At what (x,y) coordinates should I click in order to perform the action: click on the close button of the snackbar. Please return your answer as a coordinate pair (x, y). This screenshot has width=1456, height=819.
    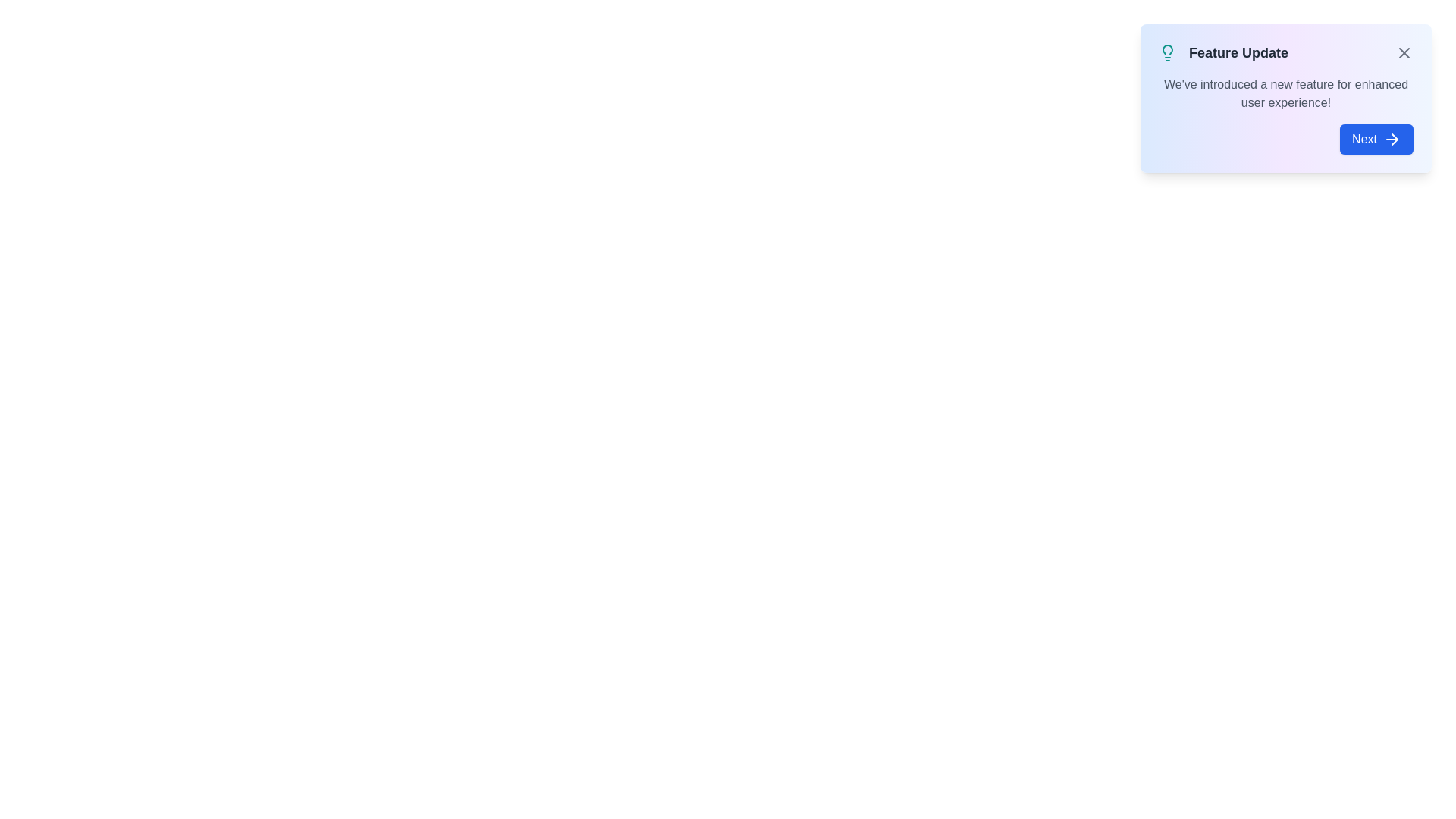
    Looking at the image, I should click on (1404, 52).